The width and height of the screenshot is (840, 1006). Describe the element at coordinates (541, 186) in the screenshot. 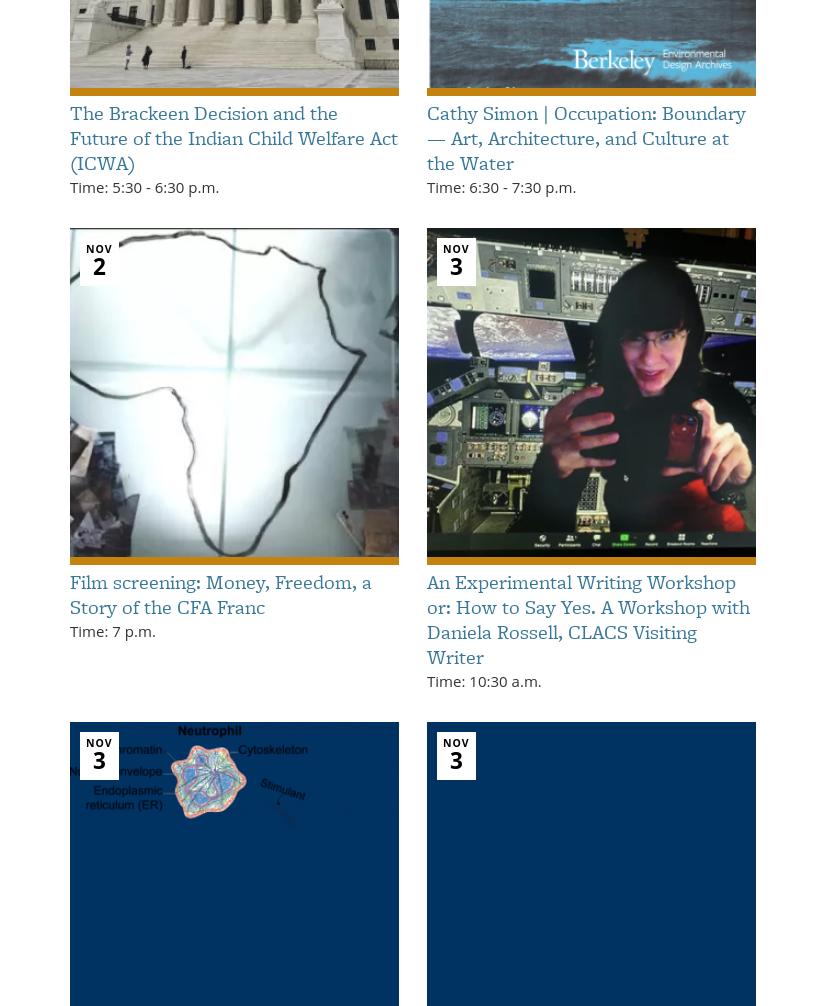

I see `'7:30 p.m.'` at that location.